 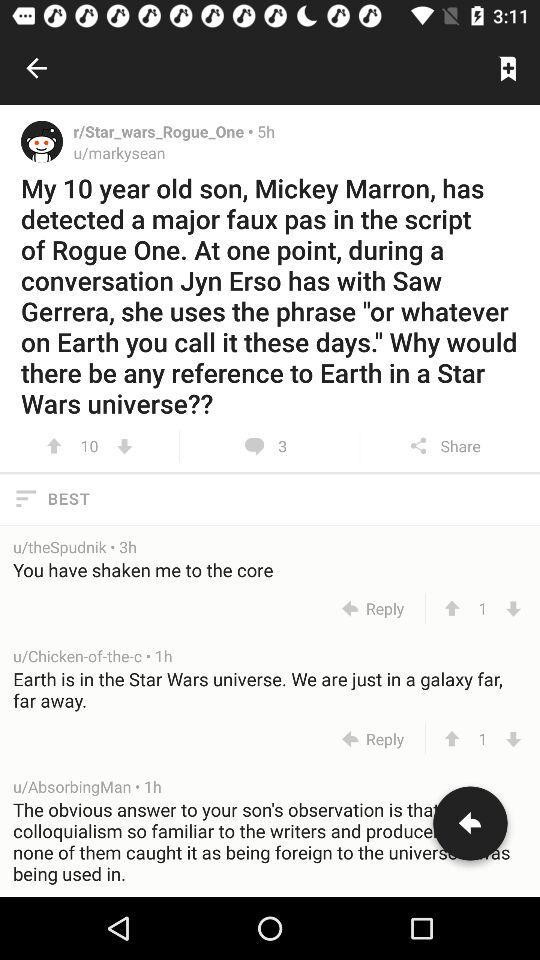 What do you see at coordinates (42, 140) in the screenshot?
I see `user 's profile` at bounding box center [42, 140].